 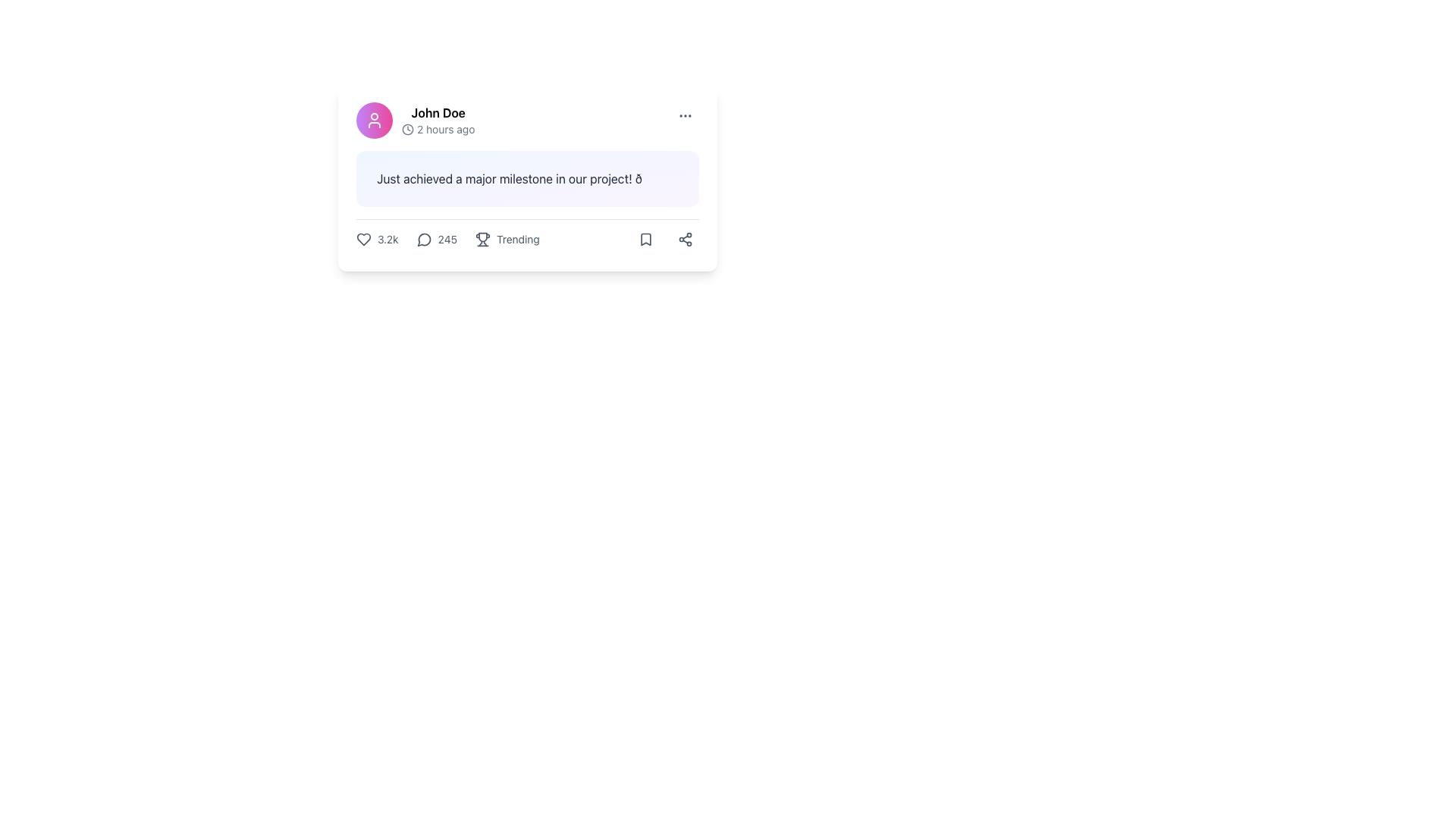 What do you see at coordinates (388, 239) in the screenshot?
I see `the metric number displayed in the text label showing '3.2k', which is positioned to the right of the heart icon` at bounding box center [388, 239].